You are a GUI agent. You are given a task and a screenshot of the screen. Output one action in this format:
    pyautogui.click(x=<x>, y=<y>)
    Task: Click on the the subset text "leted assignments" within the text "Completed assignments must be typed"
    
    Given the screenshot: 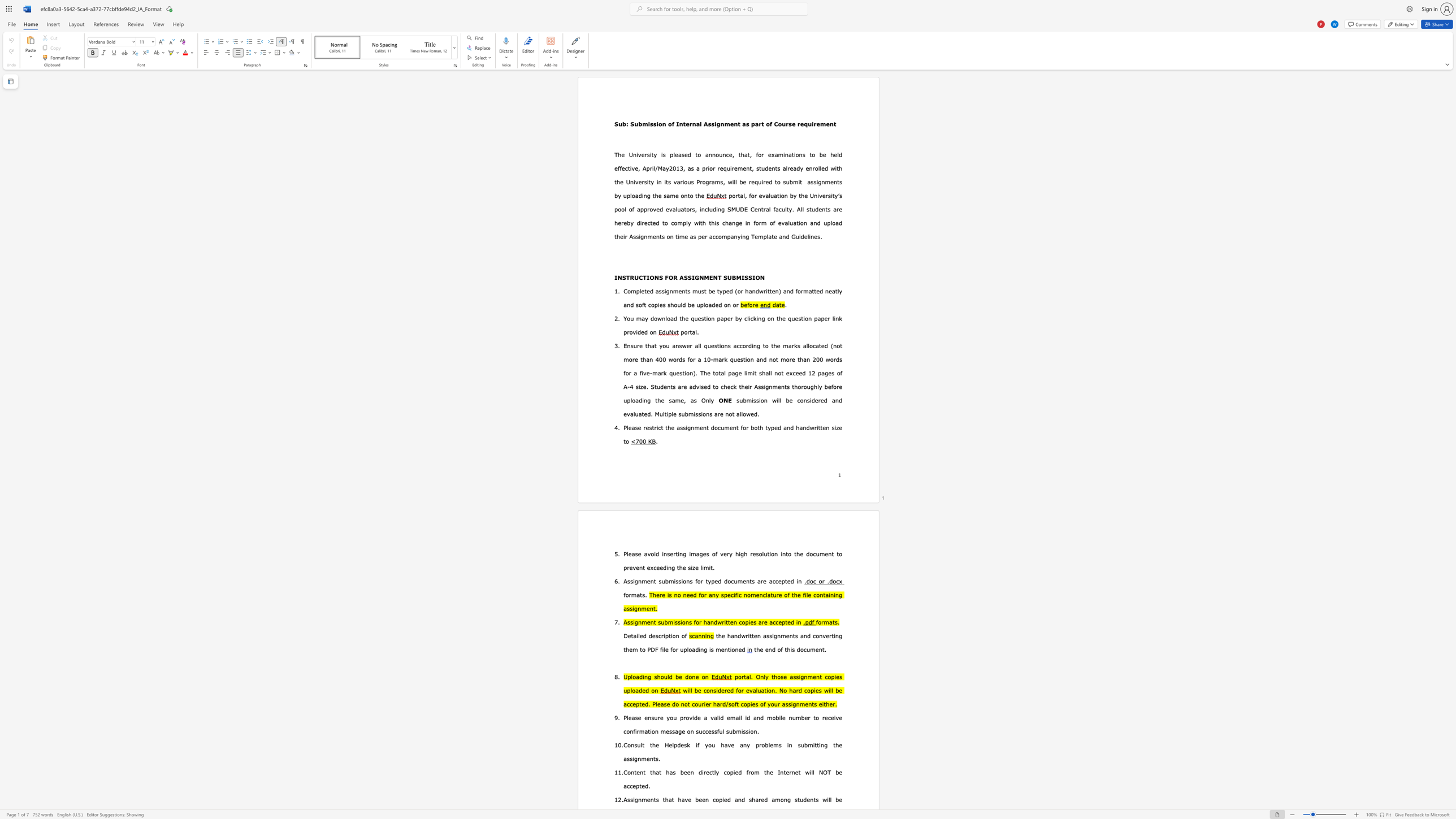 What is the action you would take?
    pyautogui.click(x=639, y=291)
    